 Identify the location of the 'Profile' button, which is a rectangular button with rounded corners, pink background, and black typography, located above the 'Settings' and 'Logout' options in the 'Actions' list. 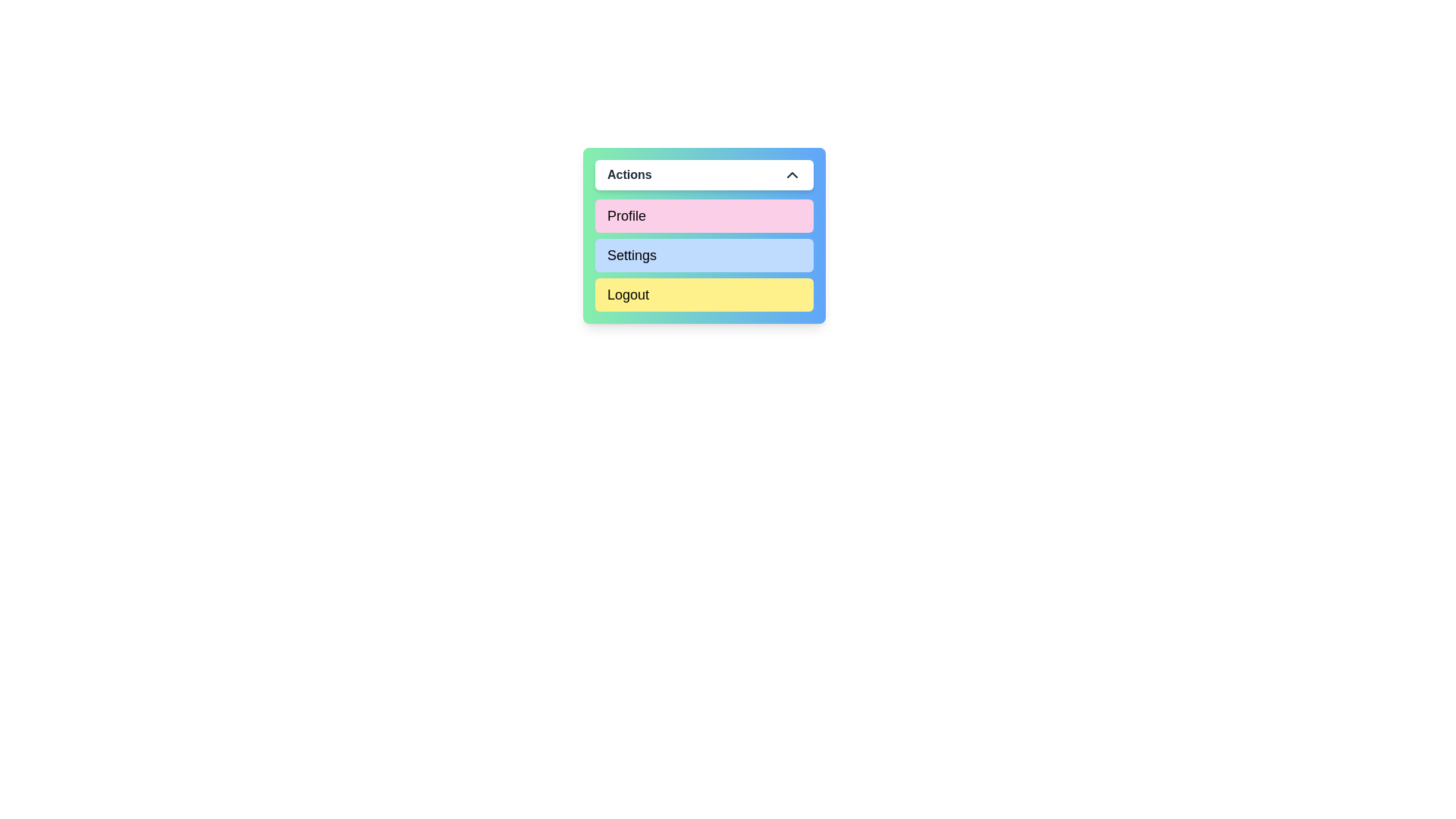
(704, 216).